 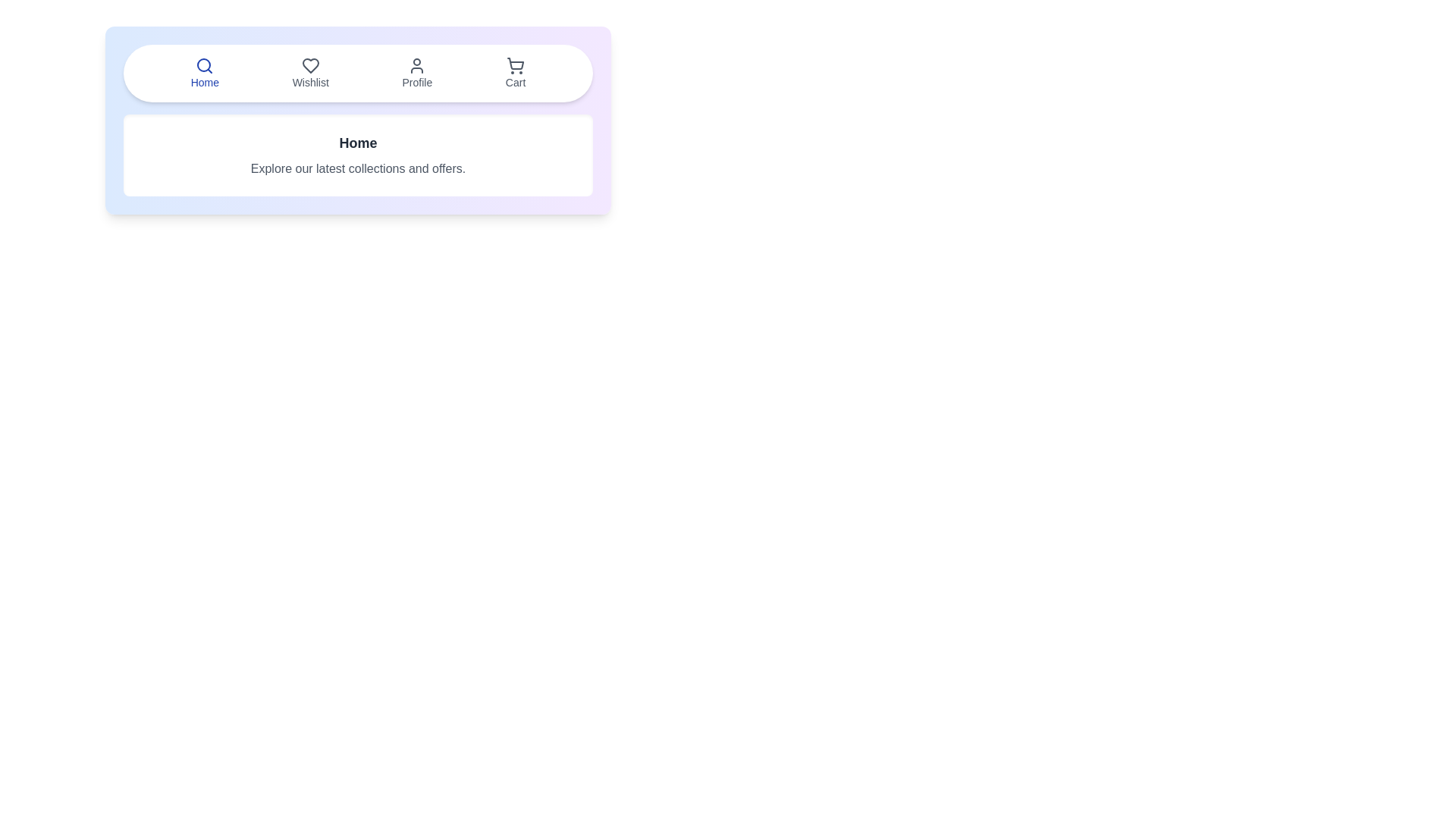 What do you see at coordinates (309, 73) in the screenshot?
I see `the tab labeled Wishlist to observe the visual effect` at bounding box center [309, 73].